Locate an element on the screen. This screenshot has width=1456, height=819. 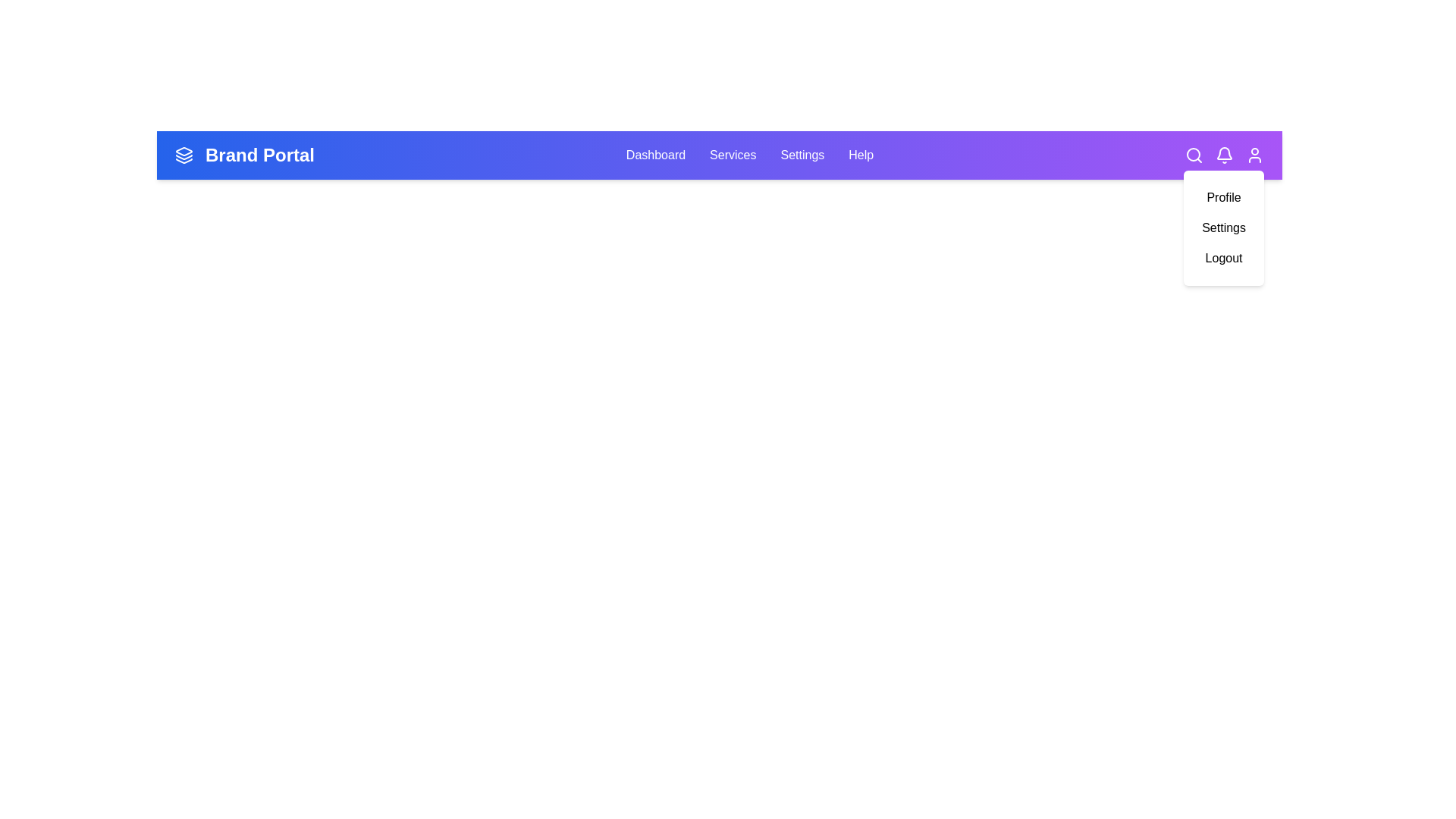
the notification center icon located at the top-right section of the interface is located at coordinates (1224, 155).